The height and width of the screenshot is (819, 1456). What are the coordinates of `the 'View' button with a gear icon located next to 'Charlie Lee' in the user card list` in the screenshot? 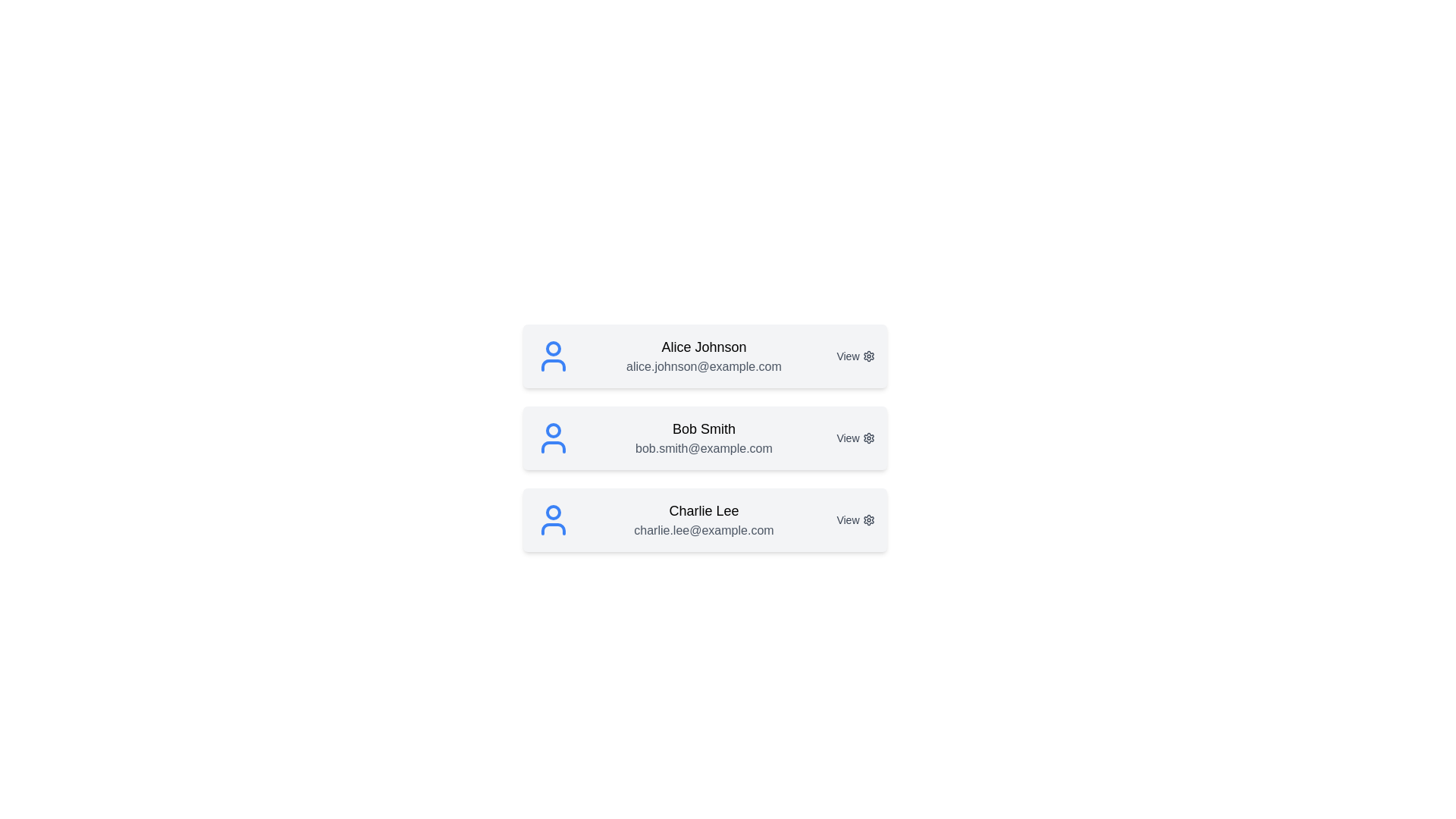 It's located at (855, 519).